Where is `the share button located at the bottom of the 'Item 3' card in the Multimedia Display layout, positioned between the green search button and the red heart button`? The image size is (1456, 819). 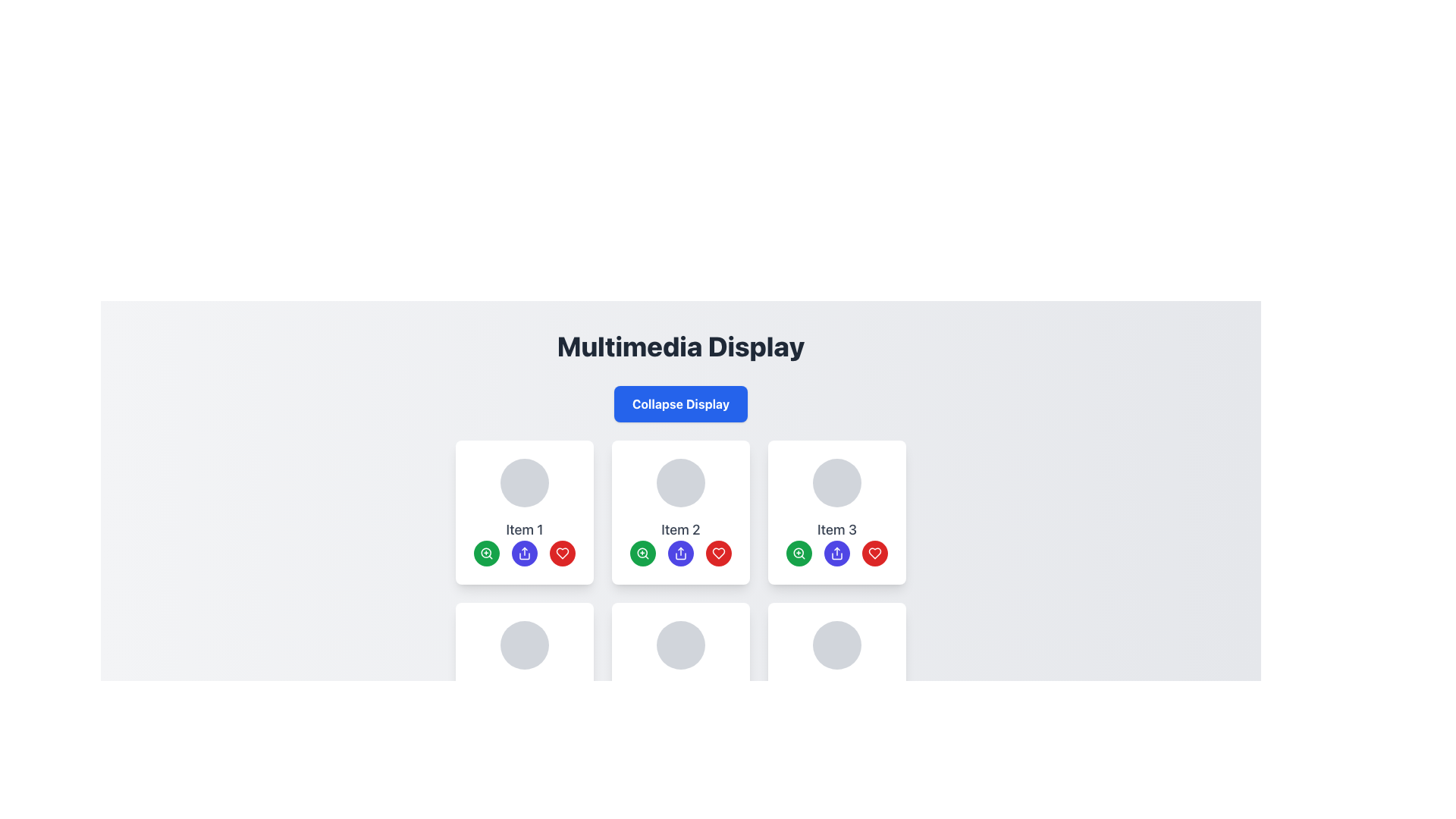
the share button located at the bottom of the 'Item 3' card in the Multimedia Display layout, positioned between the green search button and the red heart button is located at coordinates (836, 553).